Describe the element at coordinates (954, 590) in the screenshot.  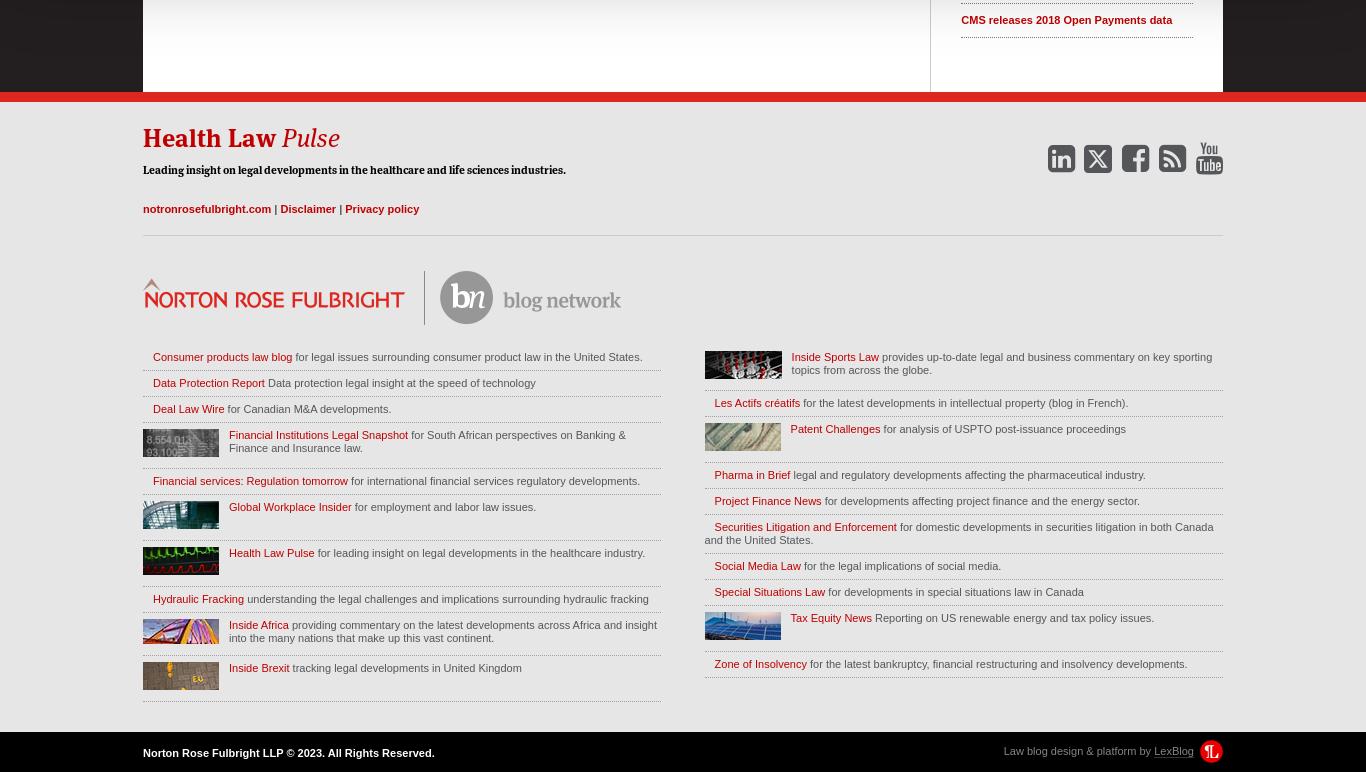
I see `'for developments in special situations law in Canada'` at that location.